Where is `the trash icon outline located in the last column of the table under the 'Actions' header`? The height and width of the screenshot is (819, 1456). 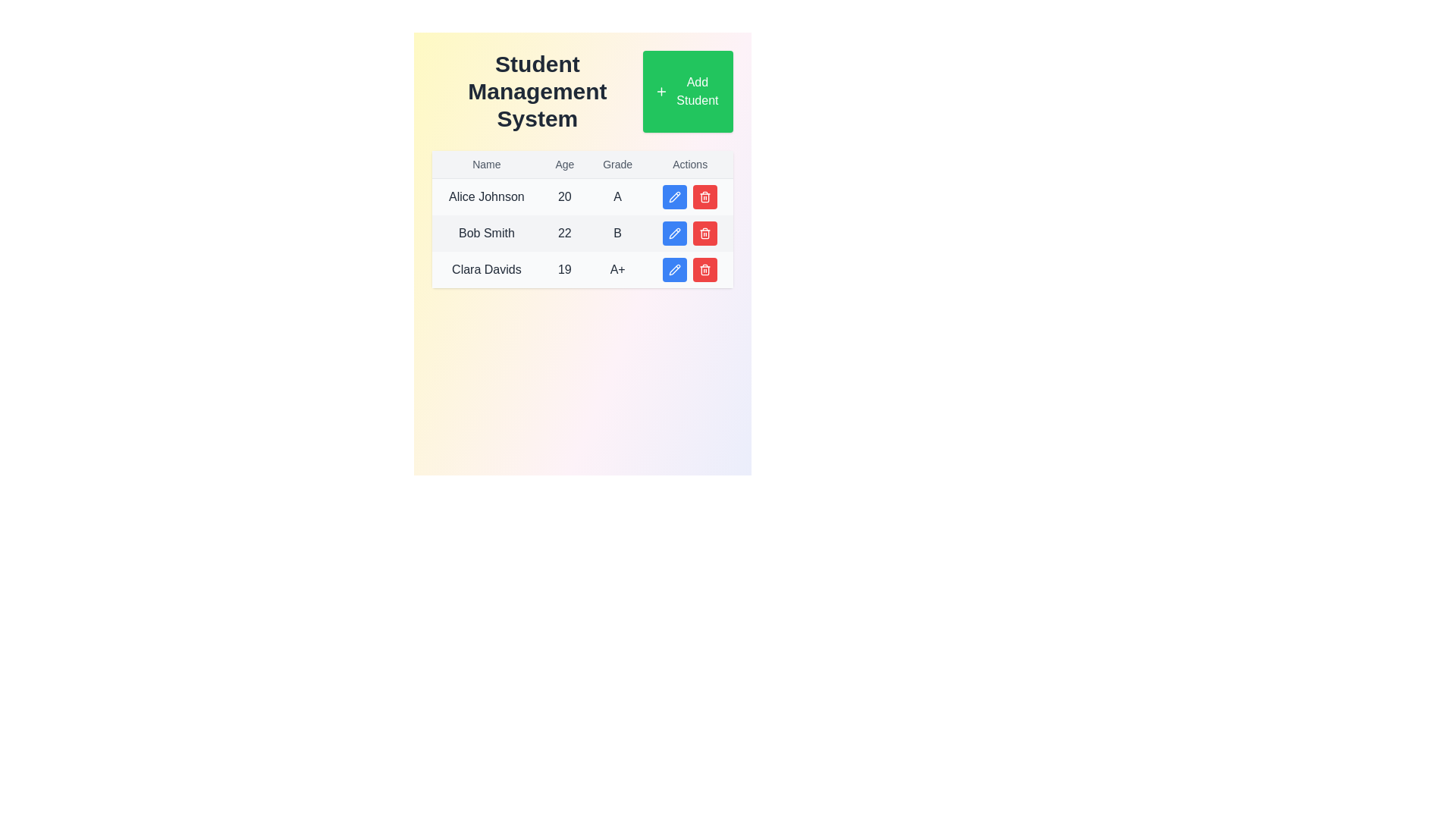 the trash icon outline located in the last column of the table under the 'Actions' header is located at coordinates (704, 270).